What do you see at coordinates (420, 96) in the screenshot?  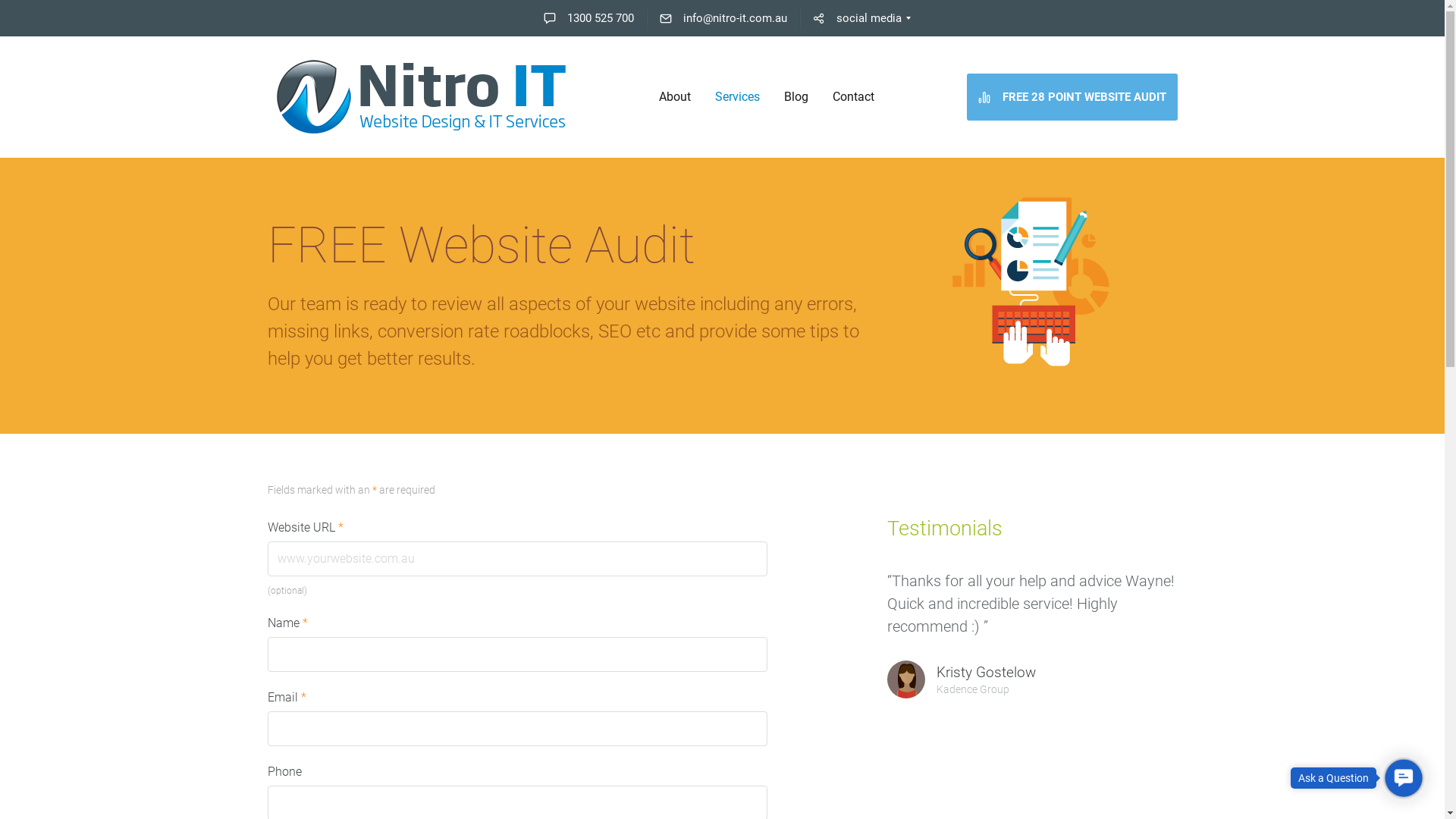 I see `'Nitro IT'` at bounding box center [420, 96].